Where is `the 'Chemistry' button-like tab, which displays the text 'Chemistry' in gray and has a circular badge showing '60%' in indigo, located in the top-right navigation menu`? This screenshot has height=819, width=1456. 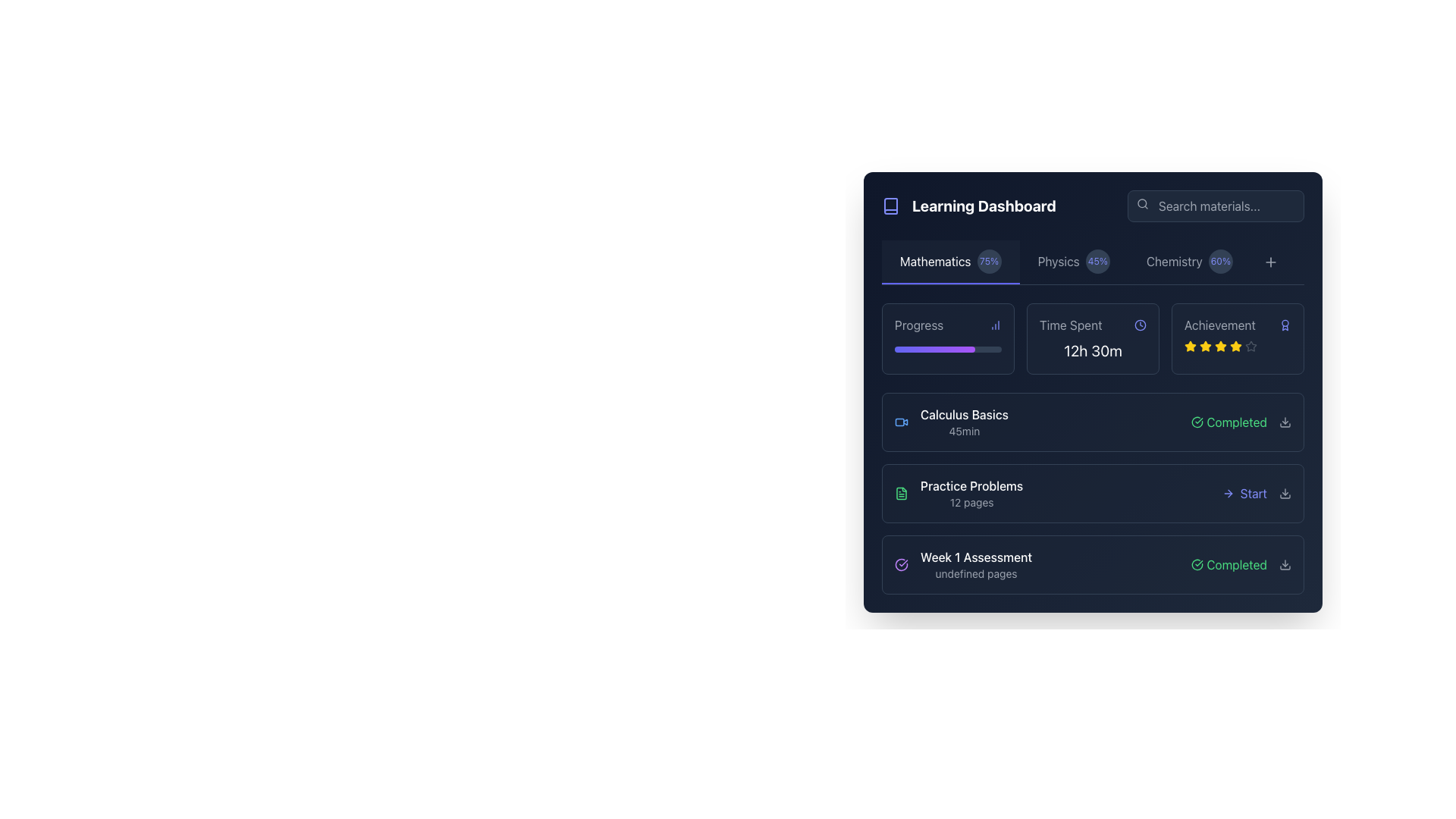 the 'Chemistry' button-like tab, which displays the text 'Chemistry' in gray and has a circular badge showing '60%' in indigo, located in the top-right navigation menu is located at coordinates (1188, 262).